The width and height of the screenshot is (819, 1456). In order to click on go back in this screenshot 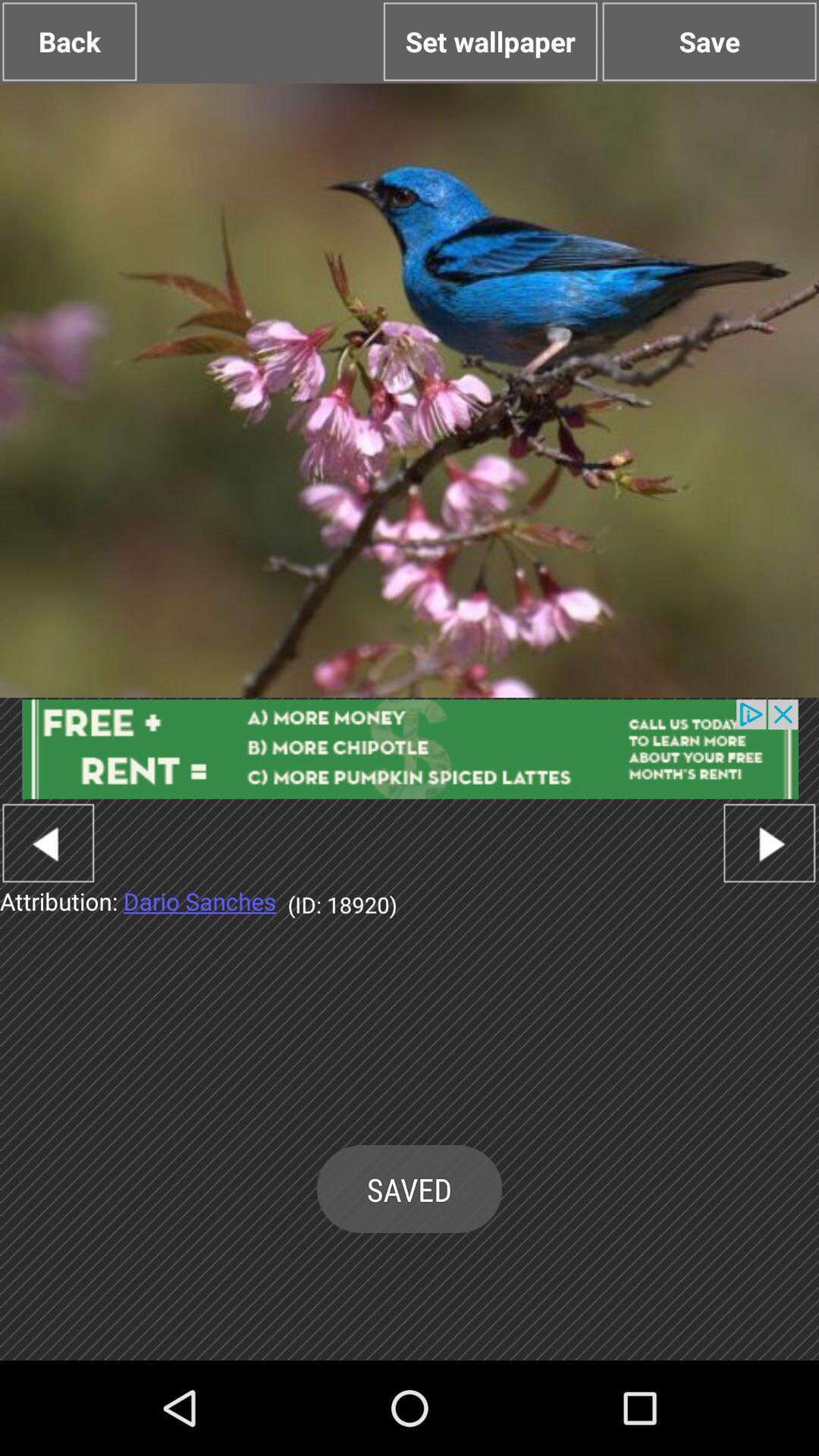, I will do `click(47, 842)`.